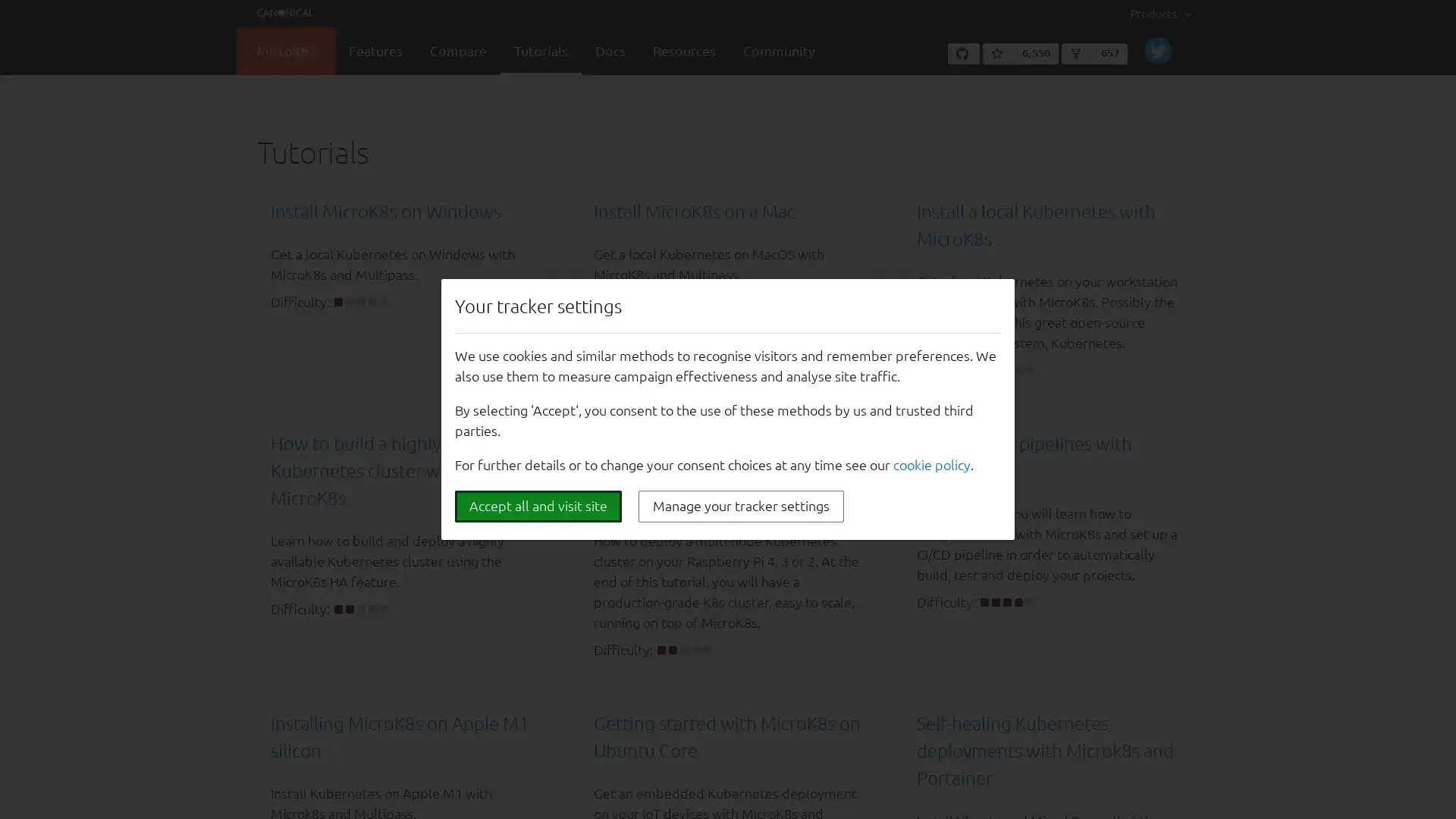 The width and height of the screenshot is (1456, 819). Describe the element at coordinates (741, 506) in the screenshot. I see `Manage your tracker settings` at that location.